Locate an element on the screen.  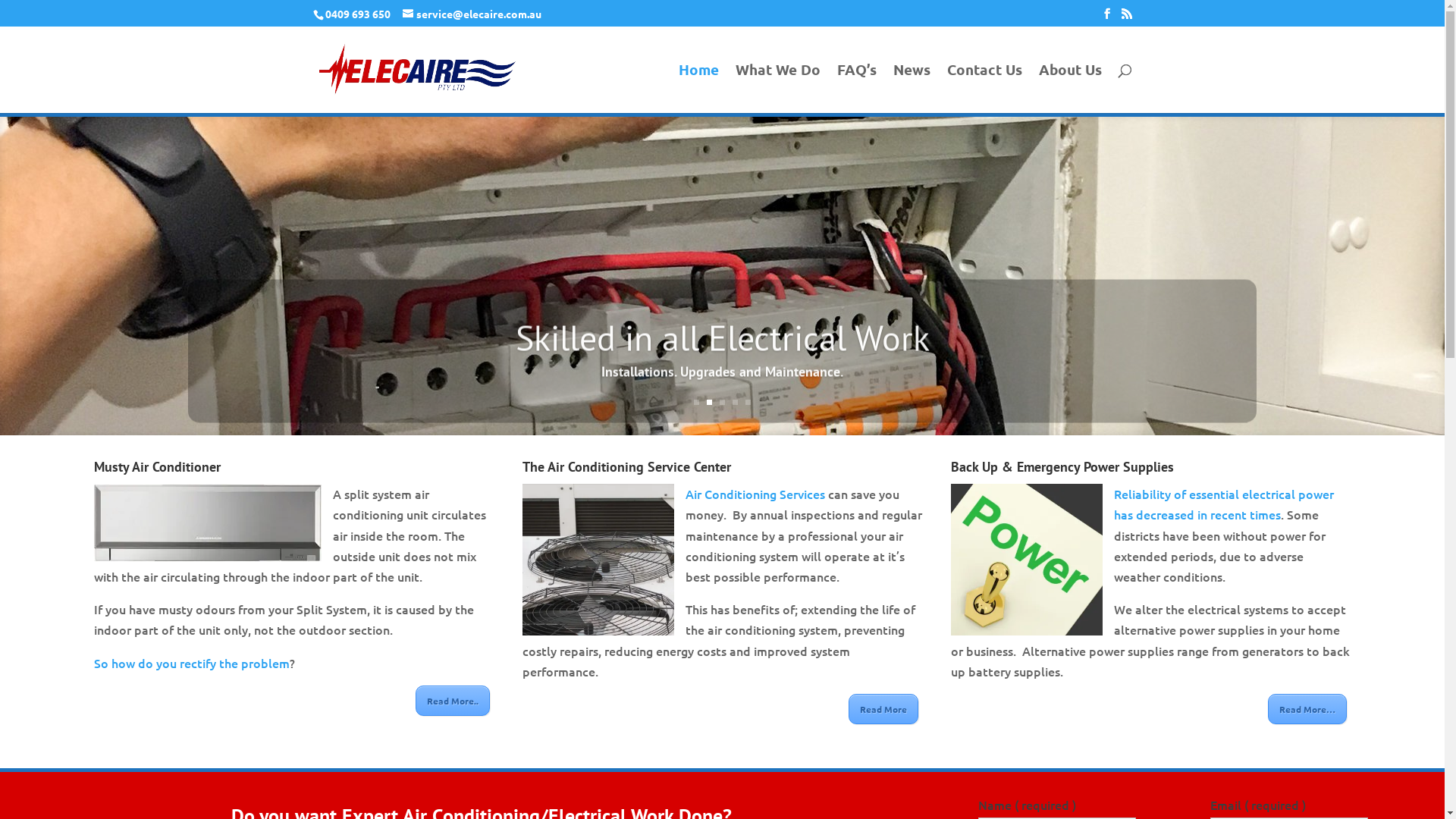
'The Air Conditioning Service Center' is located at coordinates (522, 466).